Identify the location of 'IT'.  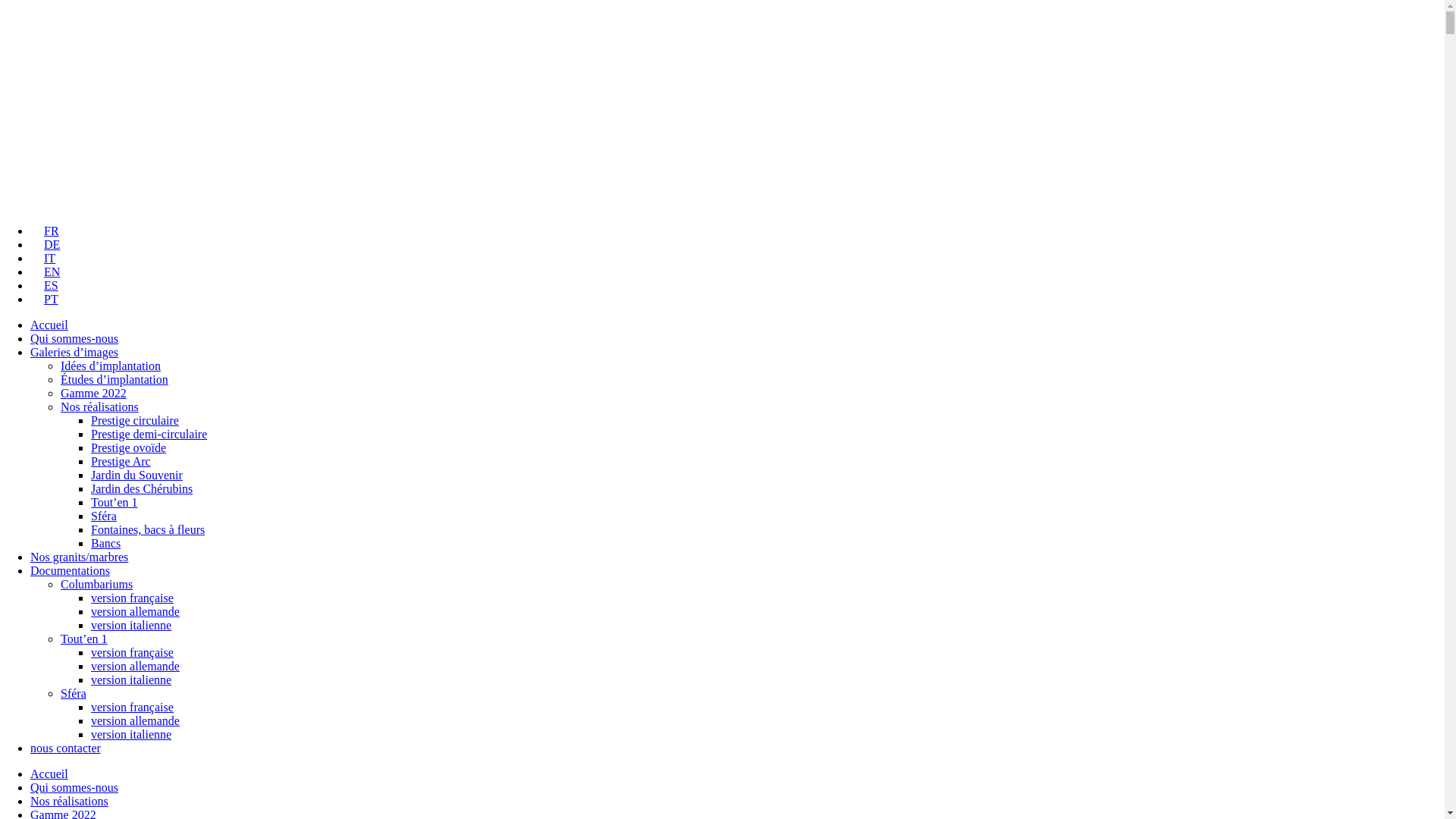
(42, 257).